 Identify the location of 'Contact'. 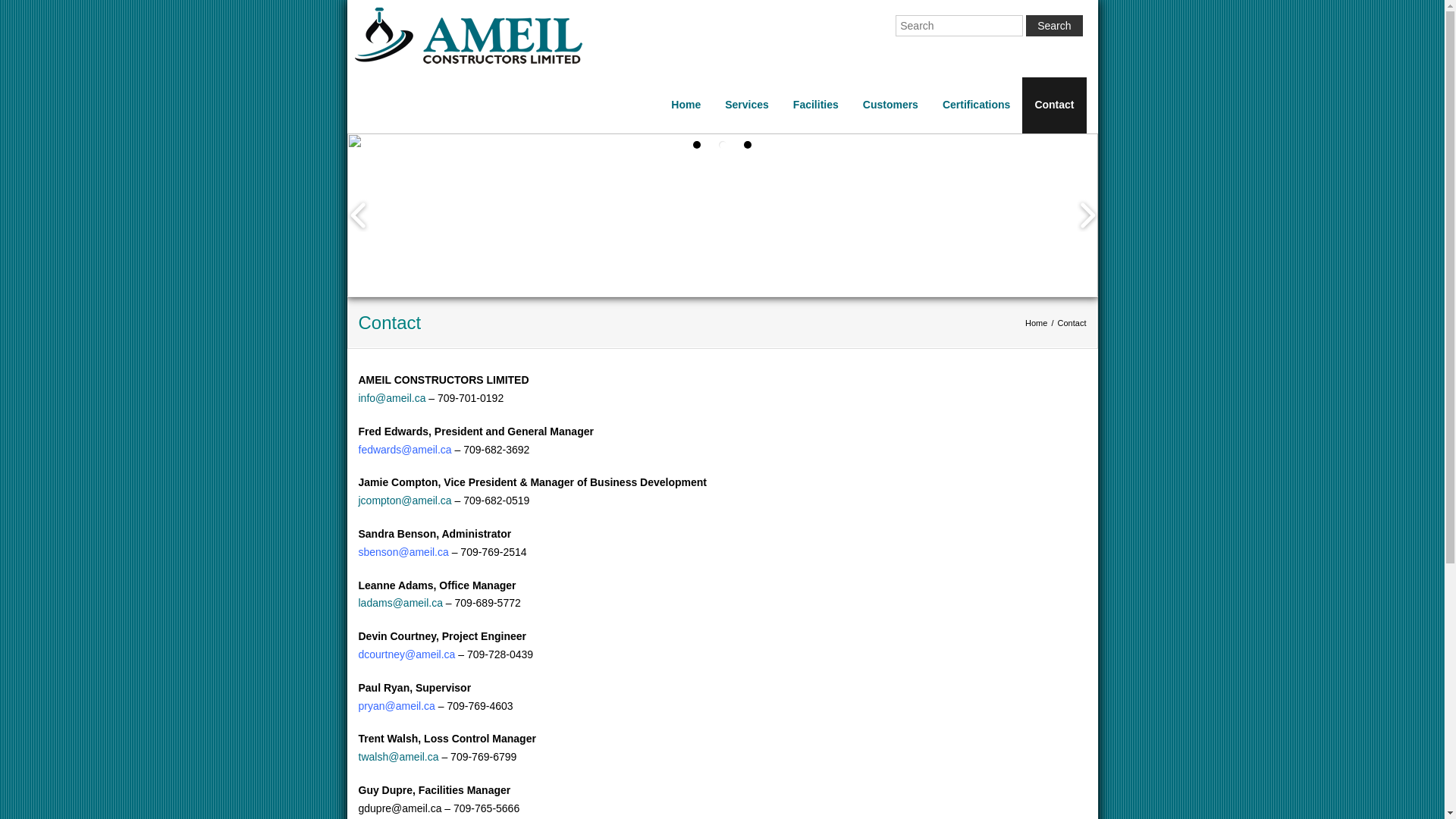
(1053, 104).